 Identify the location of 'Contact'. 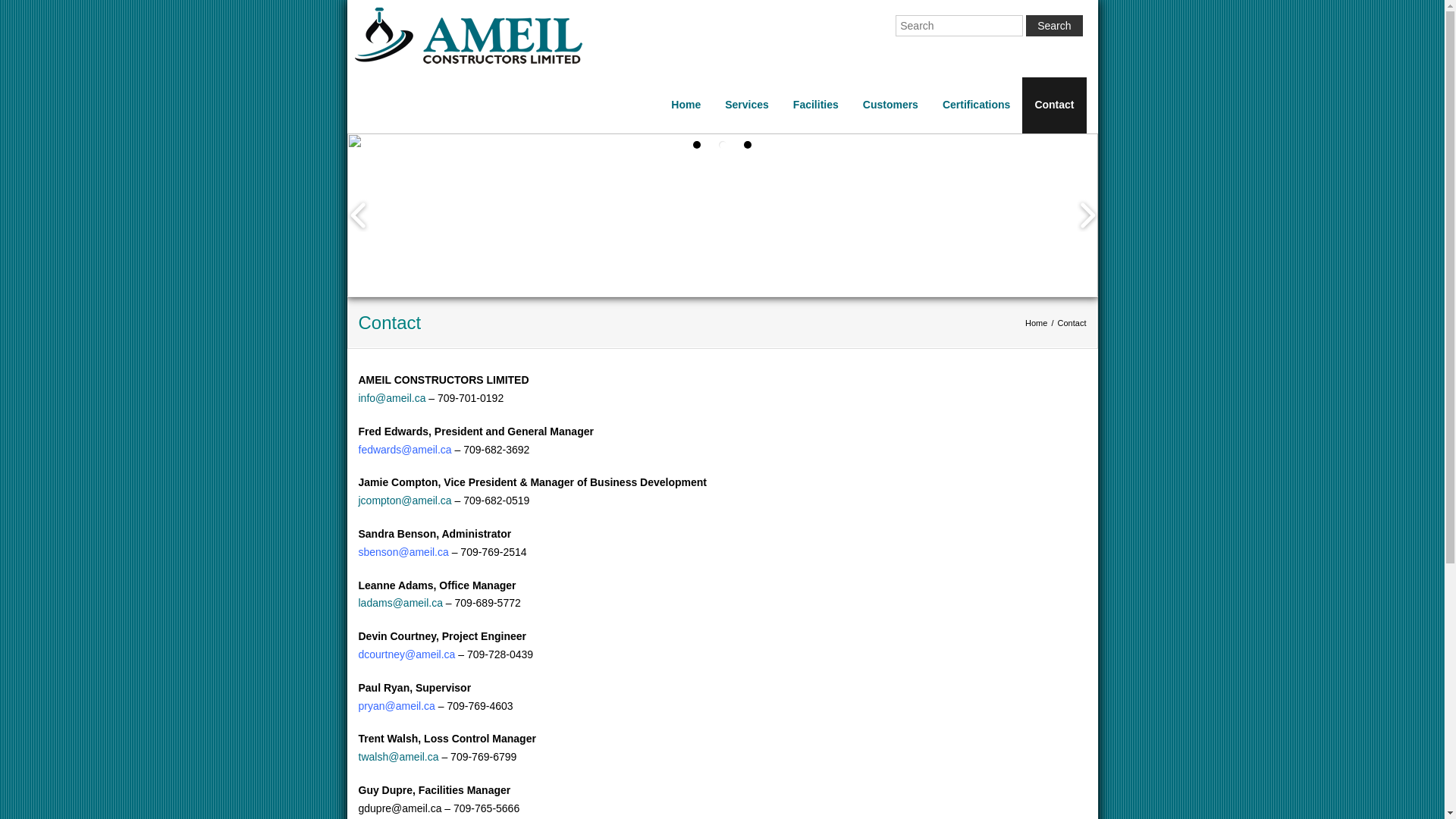
(1053, 104).